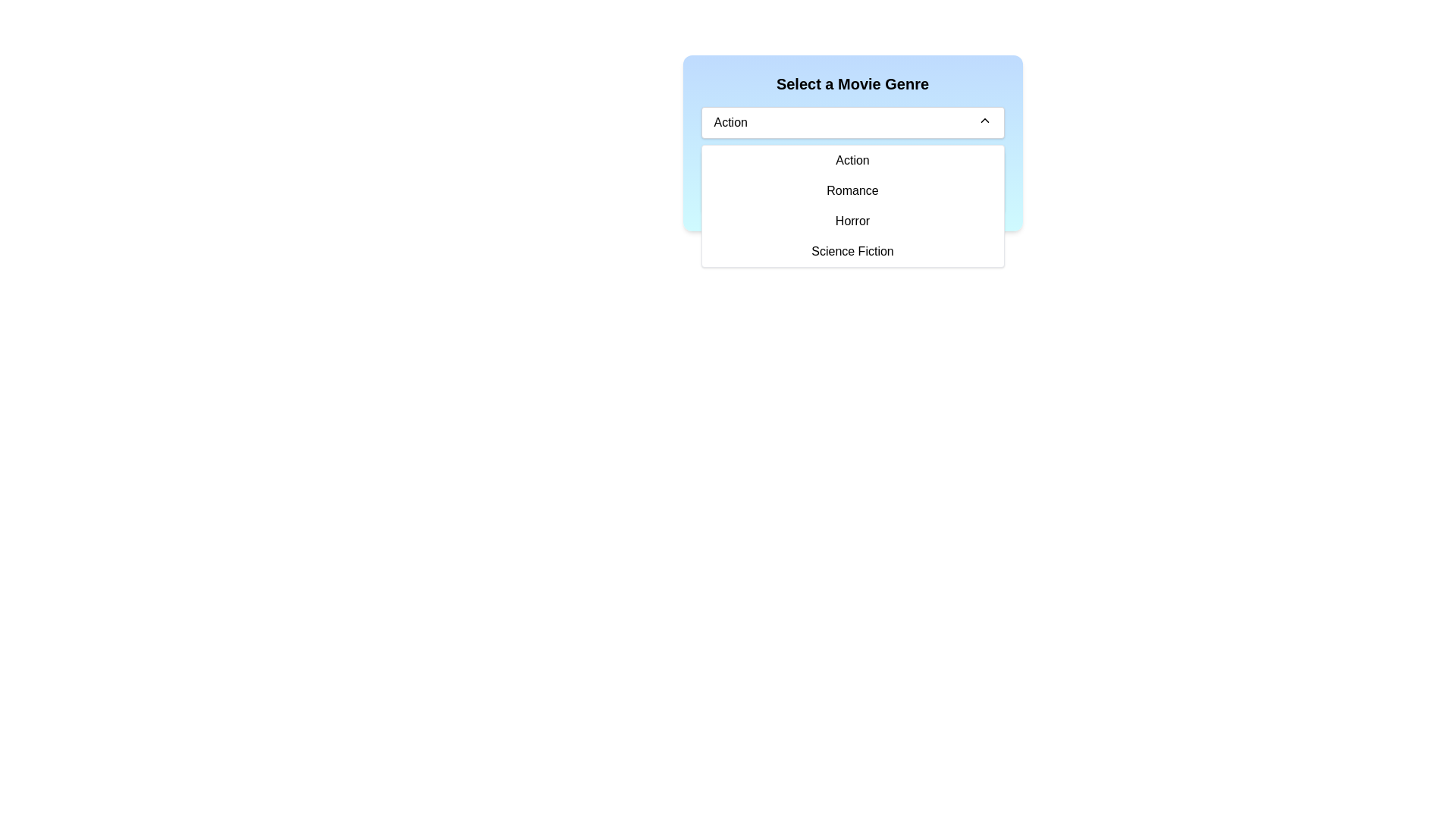 This screenshot has width=1456, height=819. What do you see at coordinates (852, 171) in the screenshot?
I see `the first selectable list item labeled 'Action' within the dropdown under 'Select a Movie Genre'` at bounding box center [852, 171].